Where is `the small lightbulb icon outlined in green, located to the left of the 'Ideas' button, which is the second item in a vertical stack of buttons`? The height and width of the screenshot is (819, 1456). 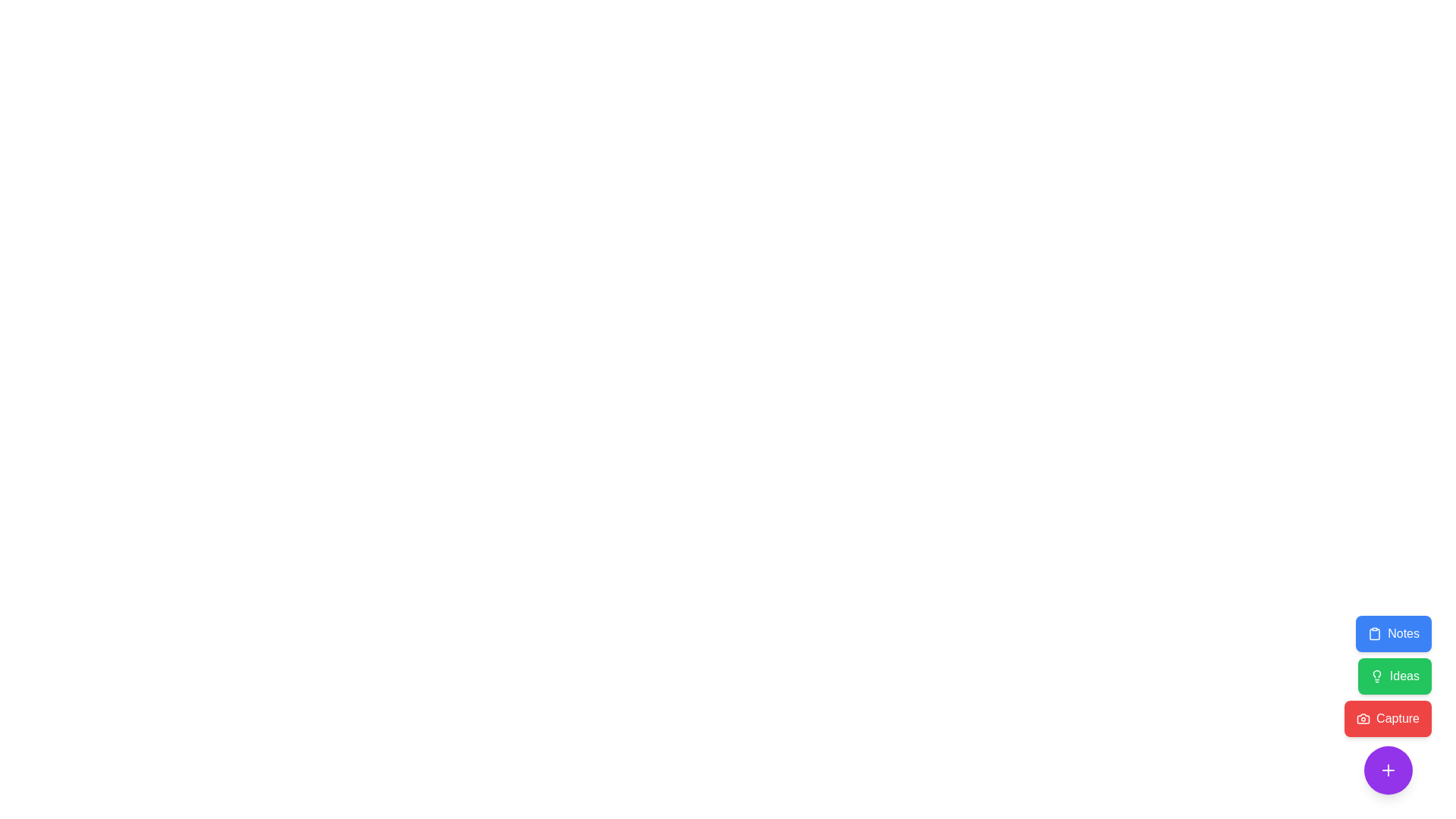 the small lightbulb icon outlined in green, located to the left of the 'Ideas' button, which is the second item in a vertical stack of buttons is located at coordinates (1376, 675).